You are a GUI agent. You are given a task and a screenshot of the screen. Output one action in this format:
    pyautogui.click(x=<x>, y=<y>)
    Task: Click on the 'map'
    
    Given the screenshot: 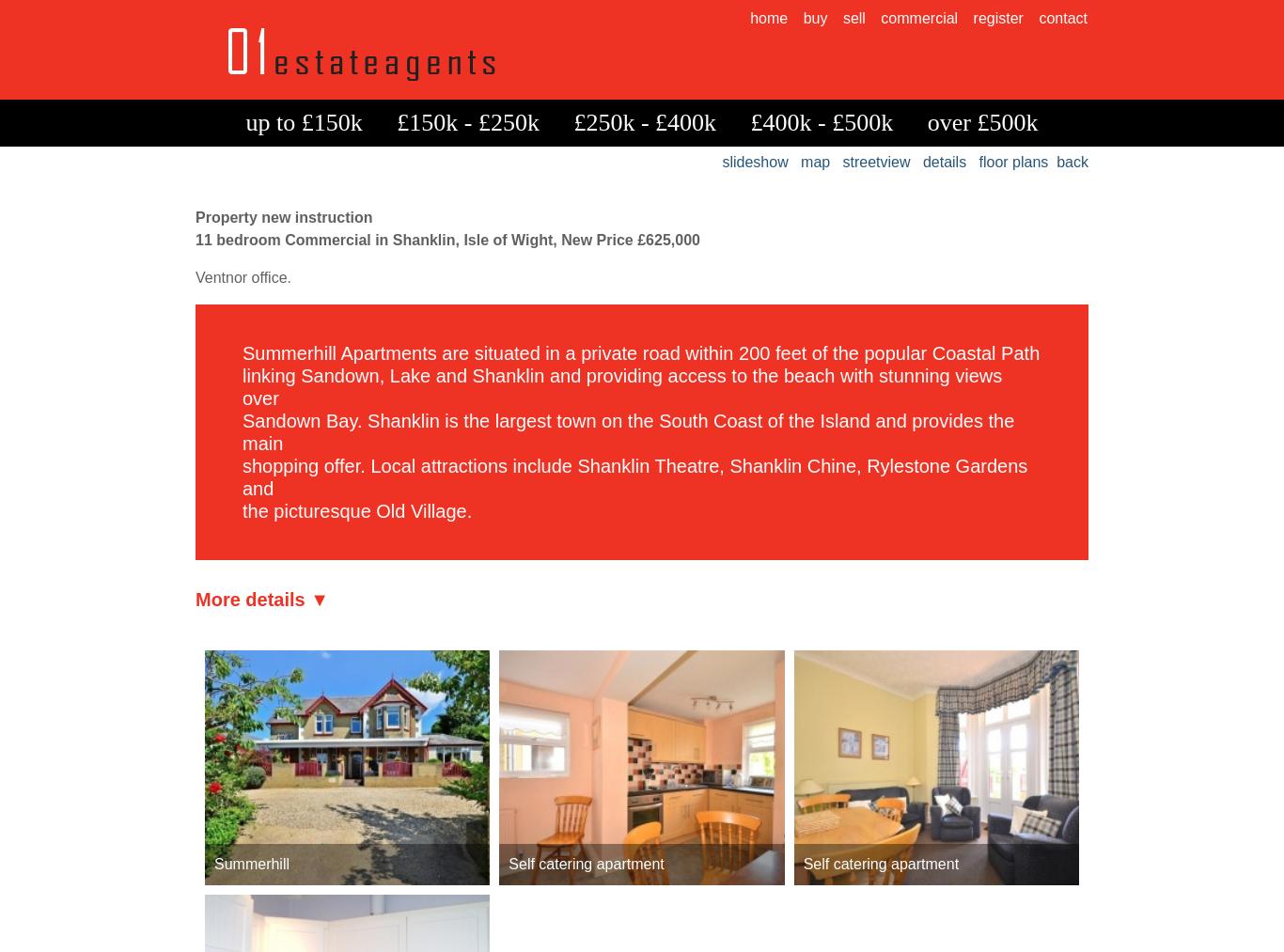 What is the action you would take?
    pyautogui.click(x=799, y=162)
    